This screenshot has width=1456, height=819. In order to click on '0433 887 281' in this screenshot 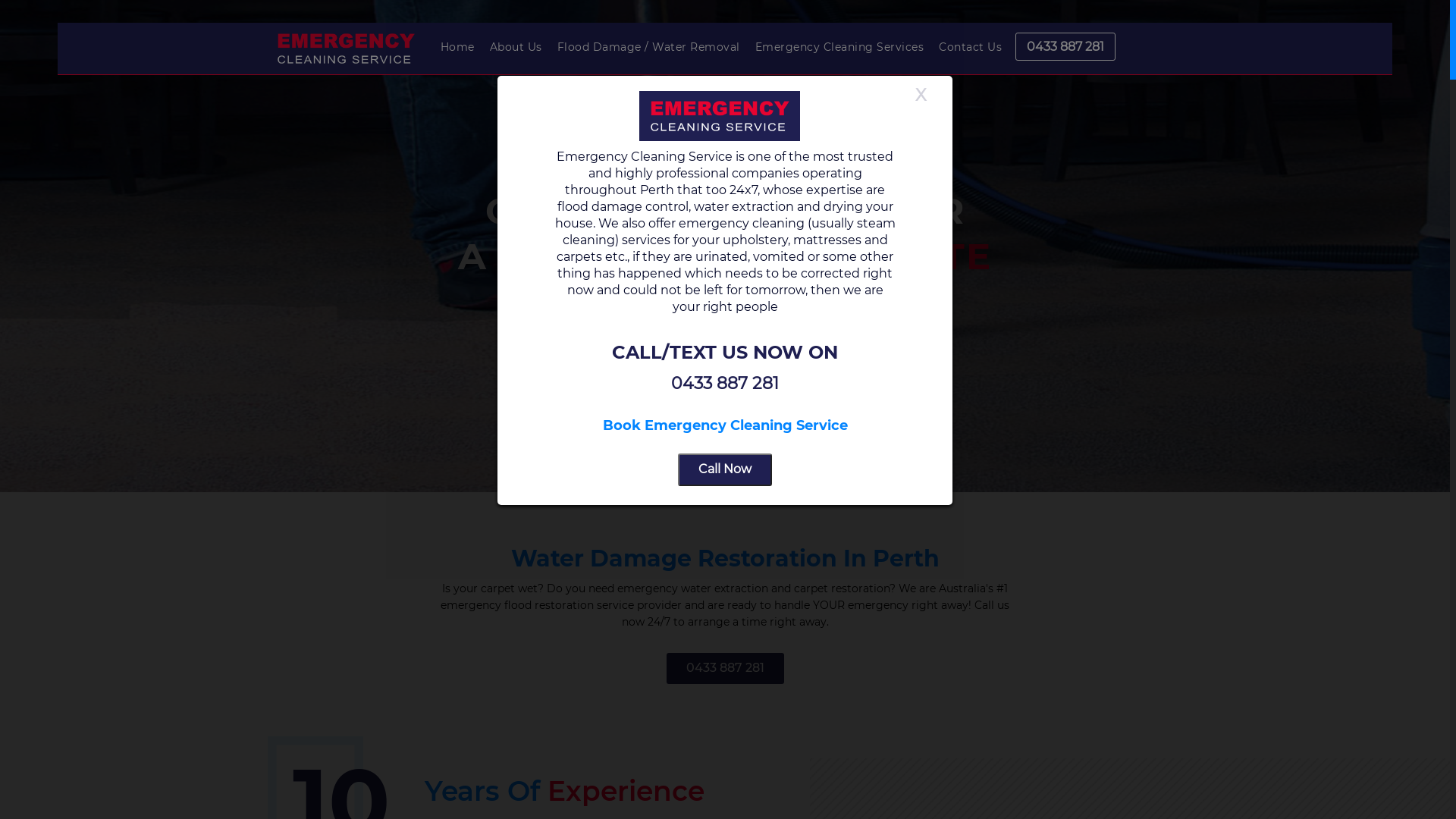, I will do `click(723, 667)`.